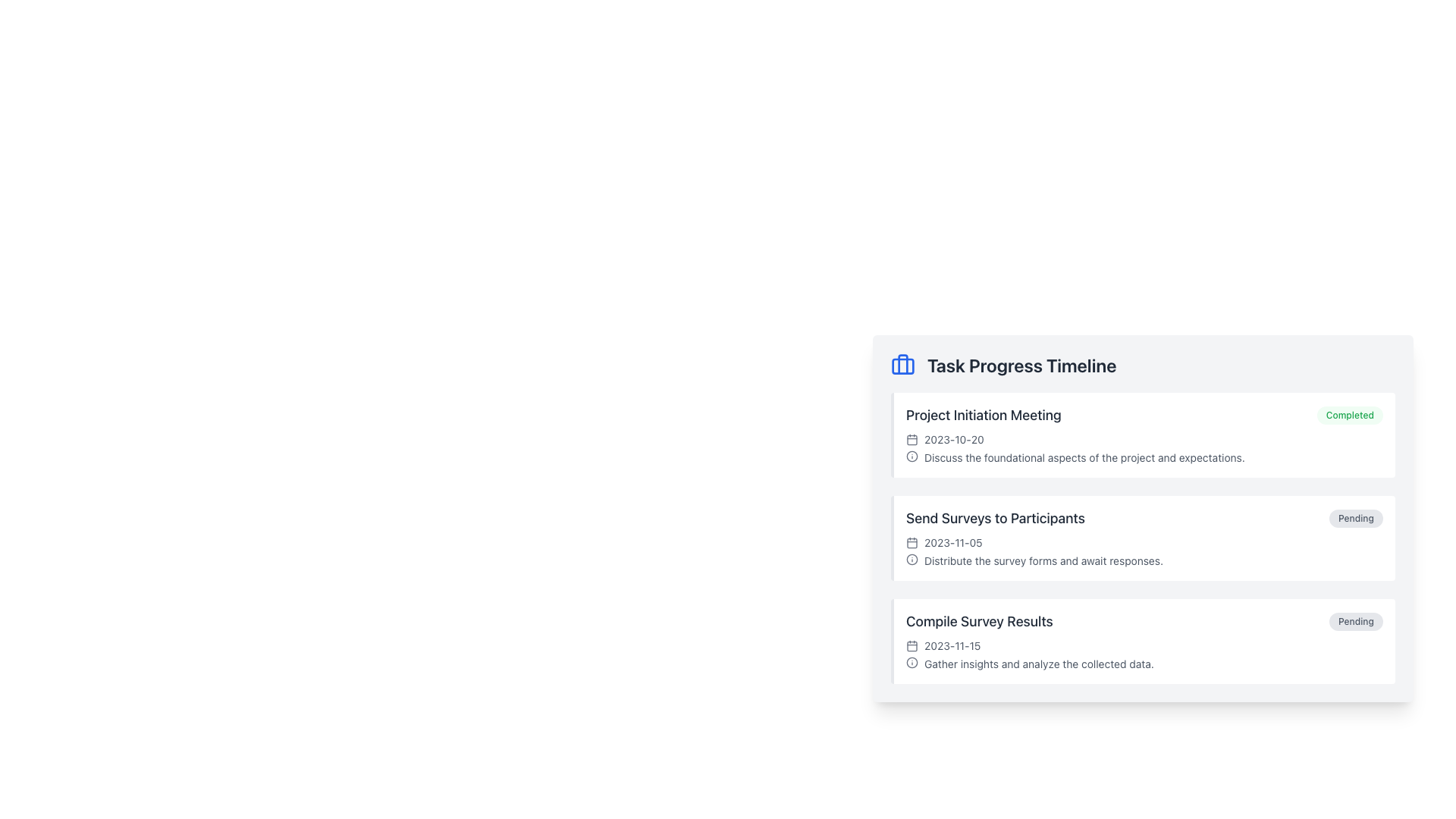 The height and width of the screenshot is (819, 1456). Describe the element at coordinates (912, 662) in the screenshot. I see `the informational icon located at the beginning of the text block for the task 'Compile Survey Results' in the task timeline interface` at that location.